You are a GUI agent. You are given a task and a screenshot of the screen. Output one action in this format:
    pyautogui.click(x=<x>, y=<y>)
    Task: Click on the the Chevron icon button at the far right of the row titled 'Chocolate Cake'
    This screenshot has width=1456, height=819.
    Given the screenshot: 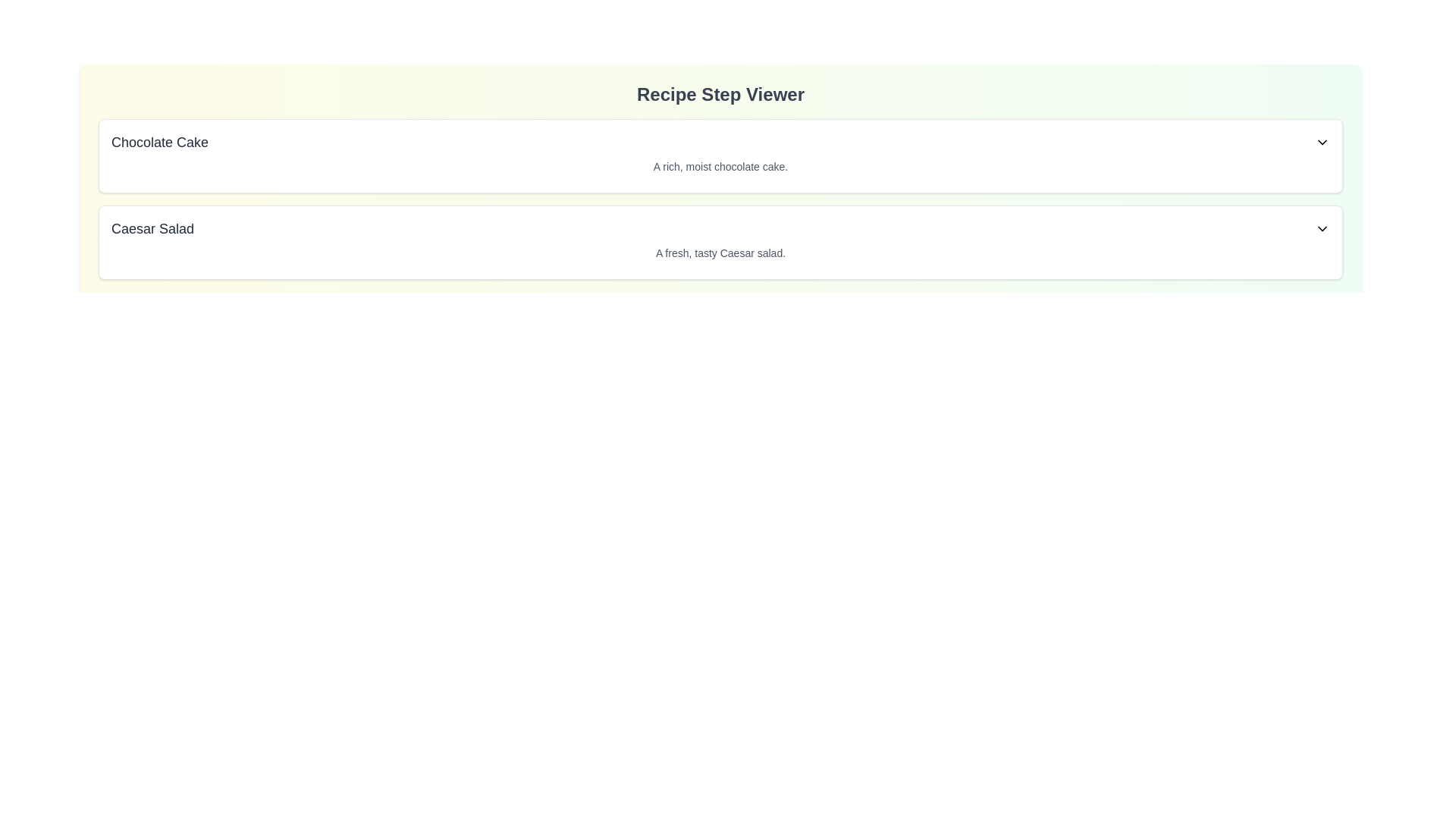 What is the action you would take?
    pyautogui.click(x=1321, y=143)
    